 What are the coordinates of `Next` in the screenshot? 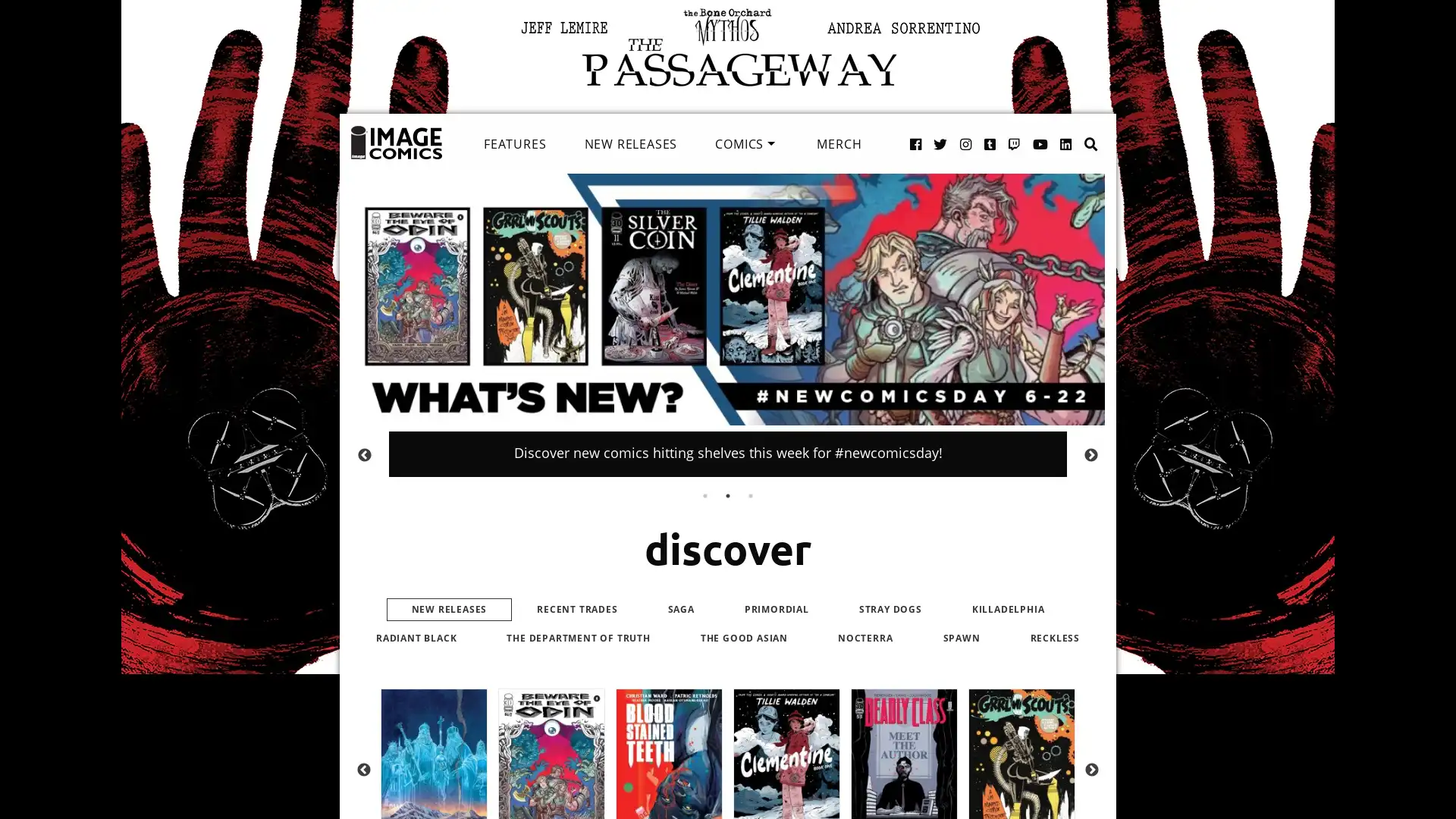 It's located at (1092, 769).